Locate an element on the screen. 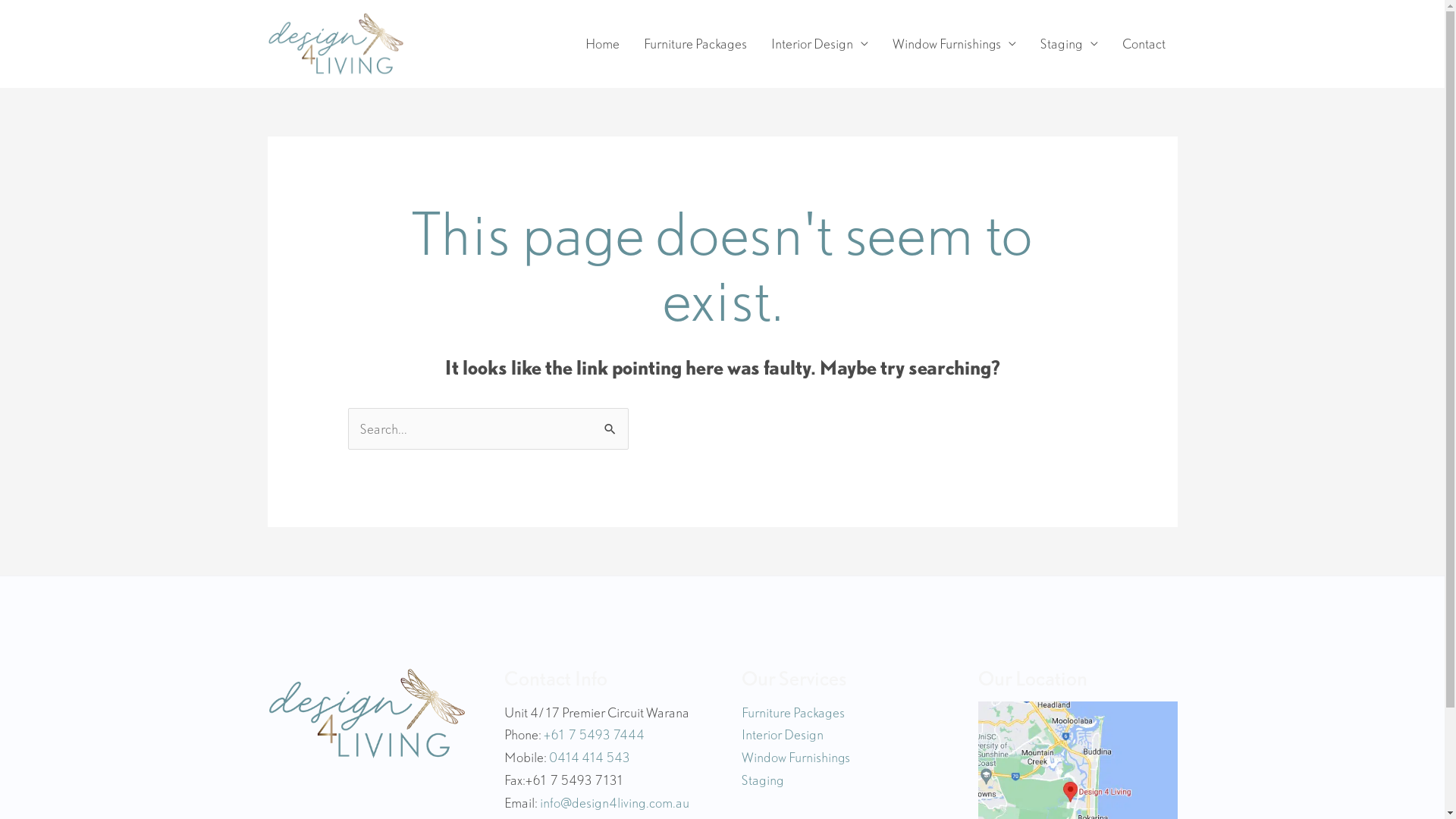 The height and width of the screenshot is (819, 1456). 'Home' is located at coordinates (572, 42).